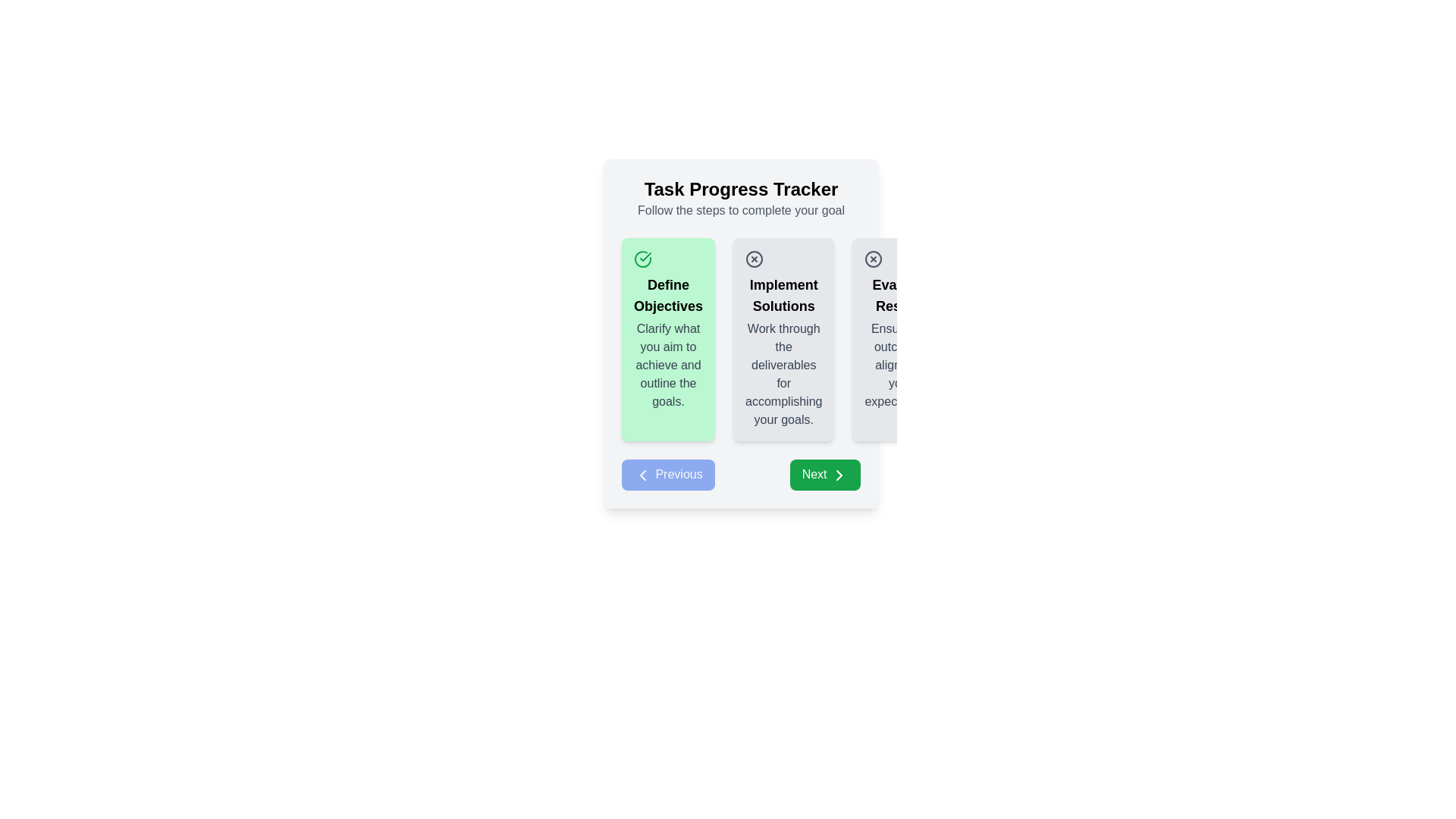 The image size is (1456, 819). Describe the element at coordinates (643, 473) in the screenshot. I see `the left-pointing arrow icon within the blue 'Previous' button` at that location.